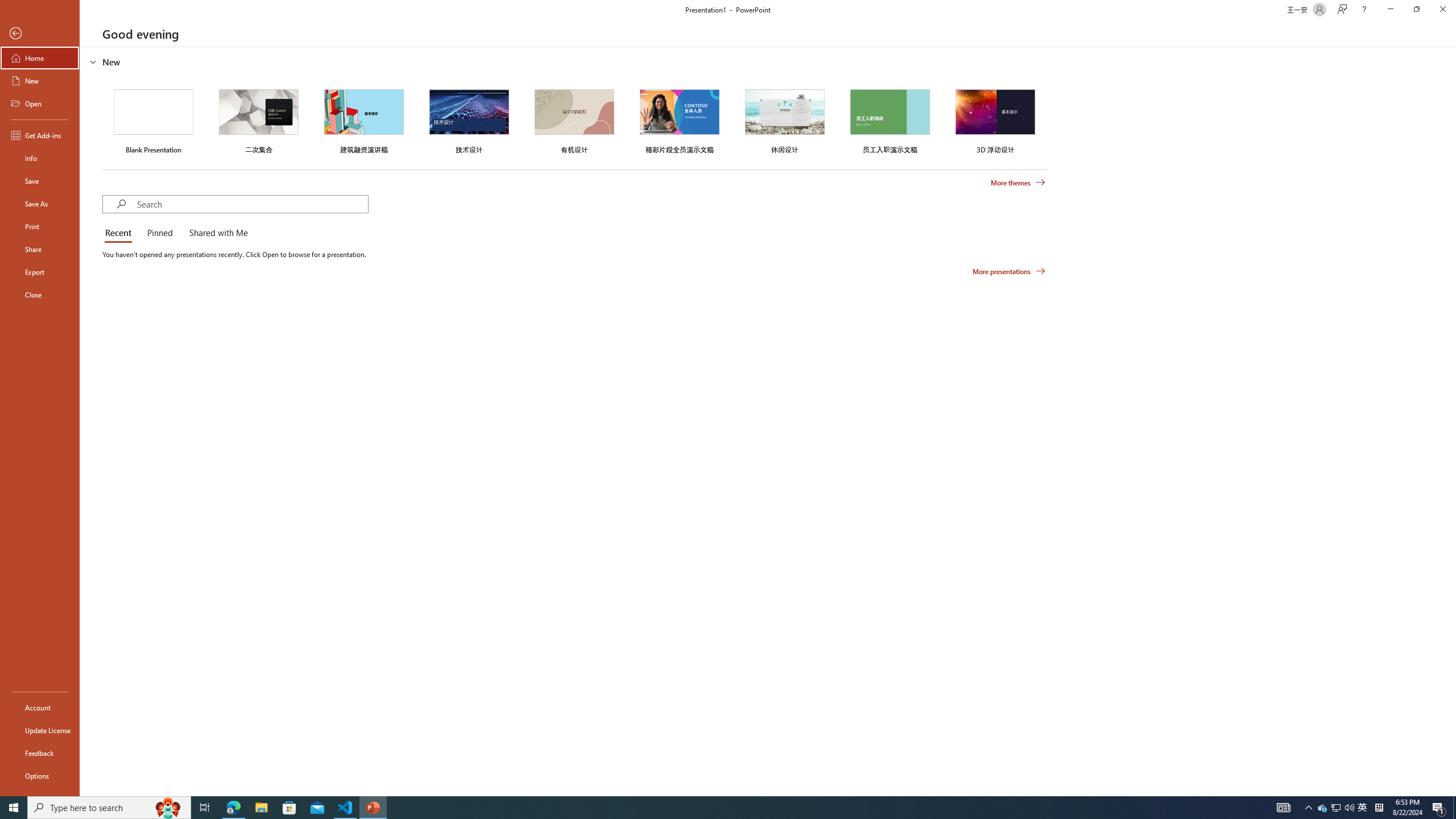  What do you see at coordinates (39, 80) in the screenshot?
I see `'New'` at bounding box center [39, 80].